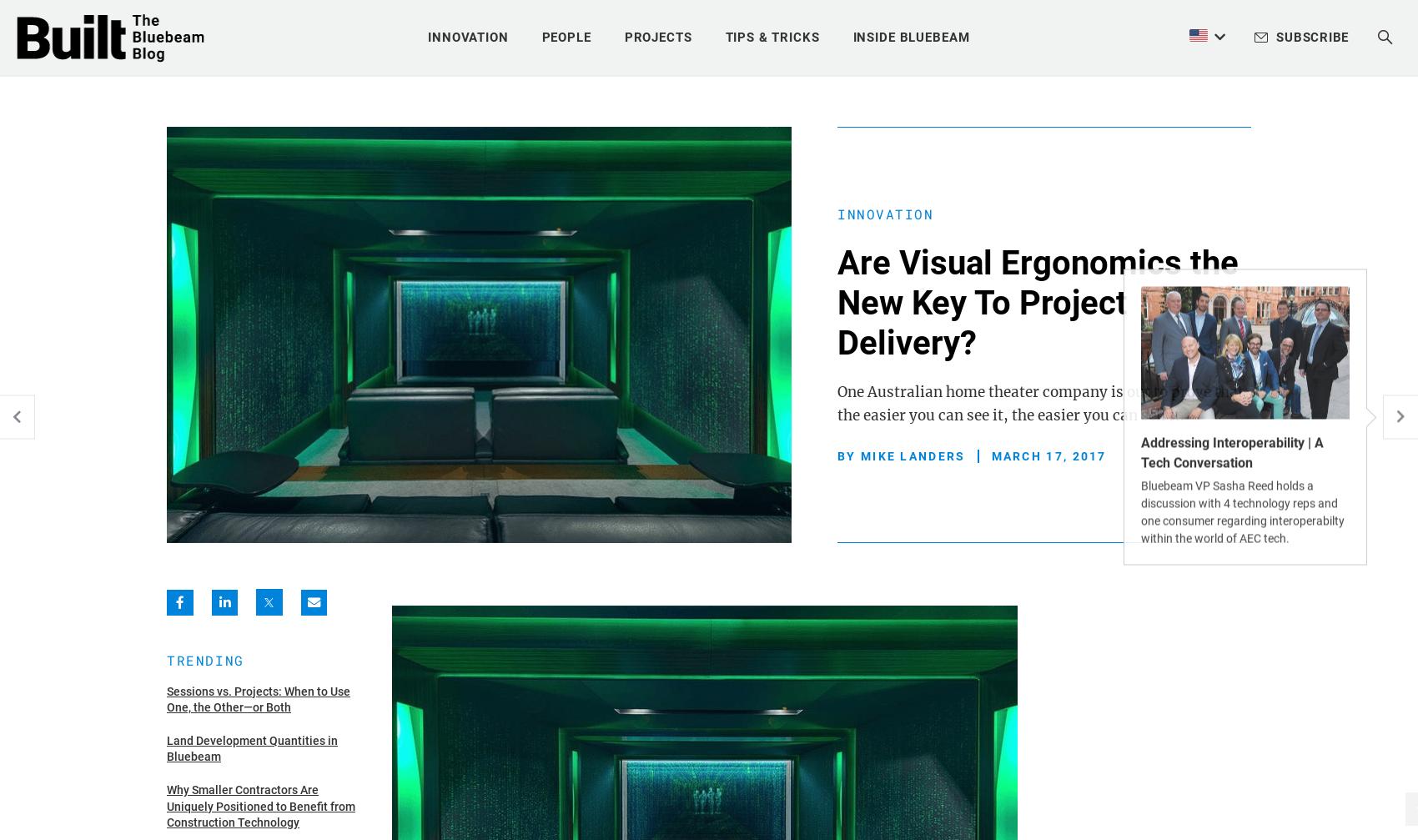  What do you see at coordinates (1037, 302) in the screenshot?
I see `'Are Visual Ergonomics the New Key To Project Delivery?'` at bounding box center [1037, 302].